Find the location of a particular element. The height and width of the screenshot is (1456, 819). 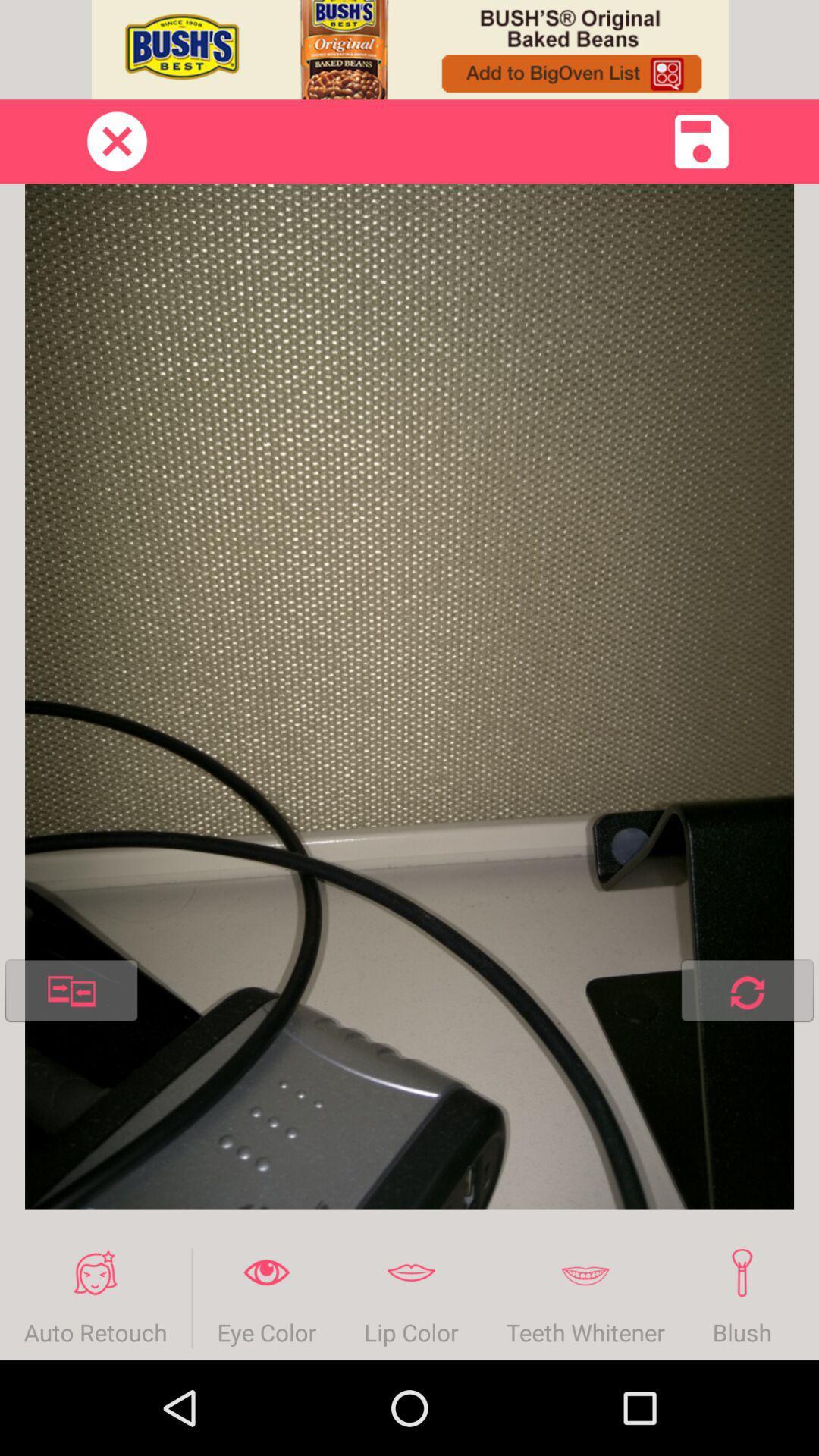

screen is located at coordinates (116, 141).